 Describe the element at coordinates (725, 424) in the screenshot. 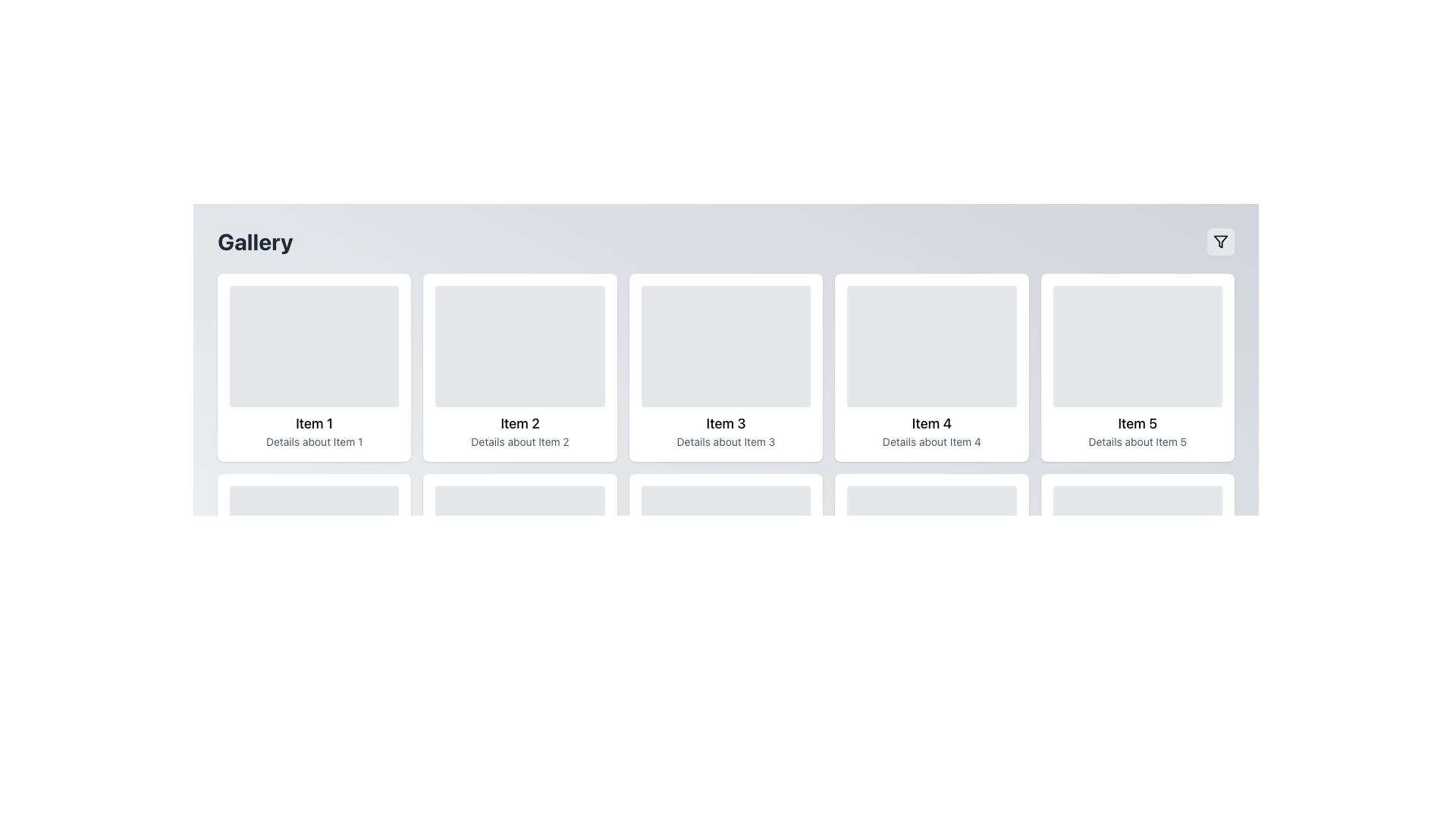

I see `the bold text label displaying 'Item 3' located in the third card of the horizontal list, positioned directly below the image placeholder` at that location.